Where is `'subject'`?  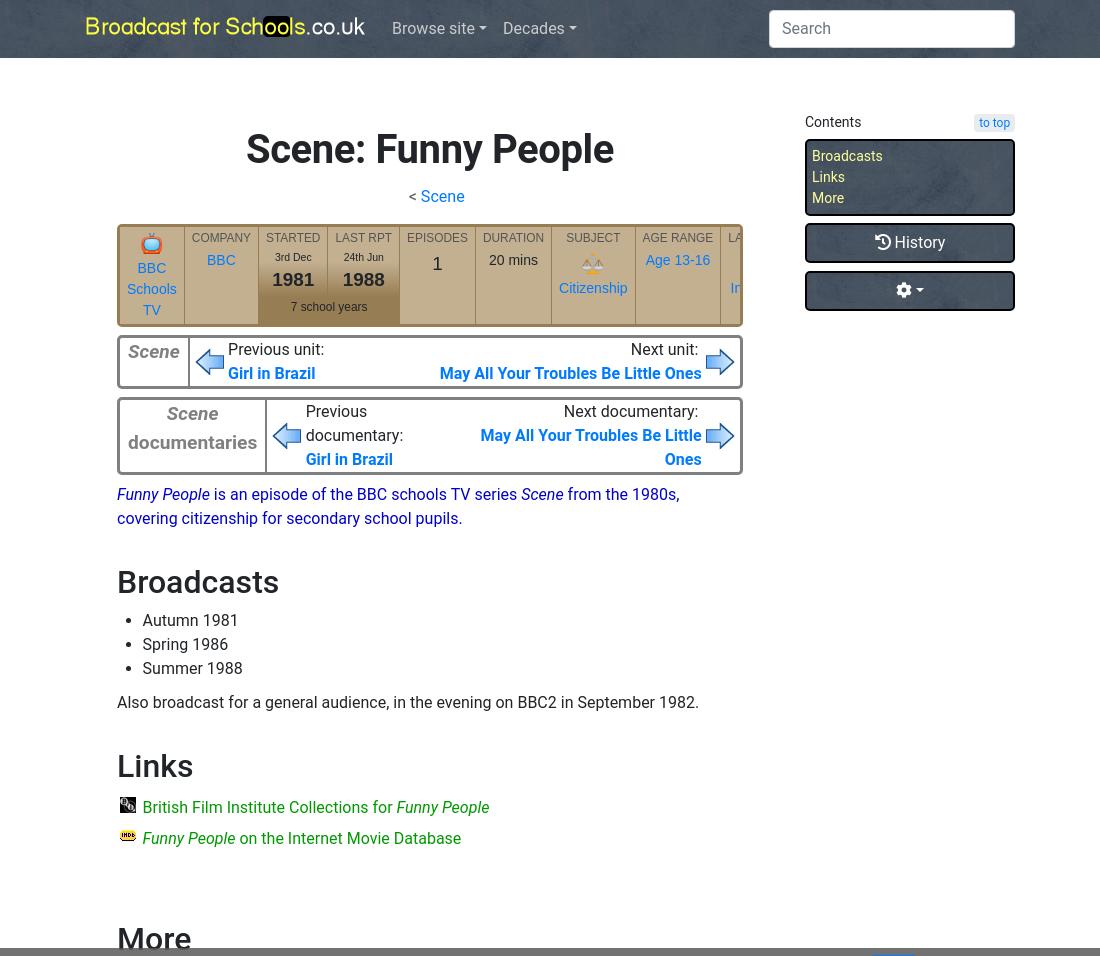
'subject' is located at coordinates (592, 236).